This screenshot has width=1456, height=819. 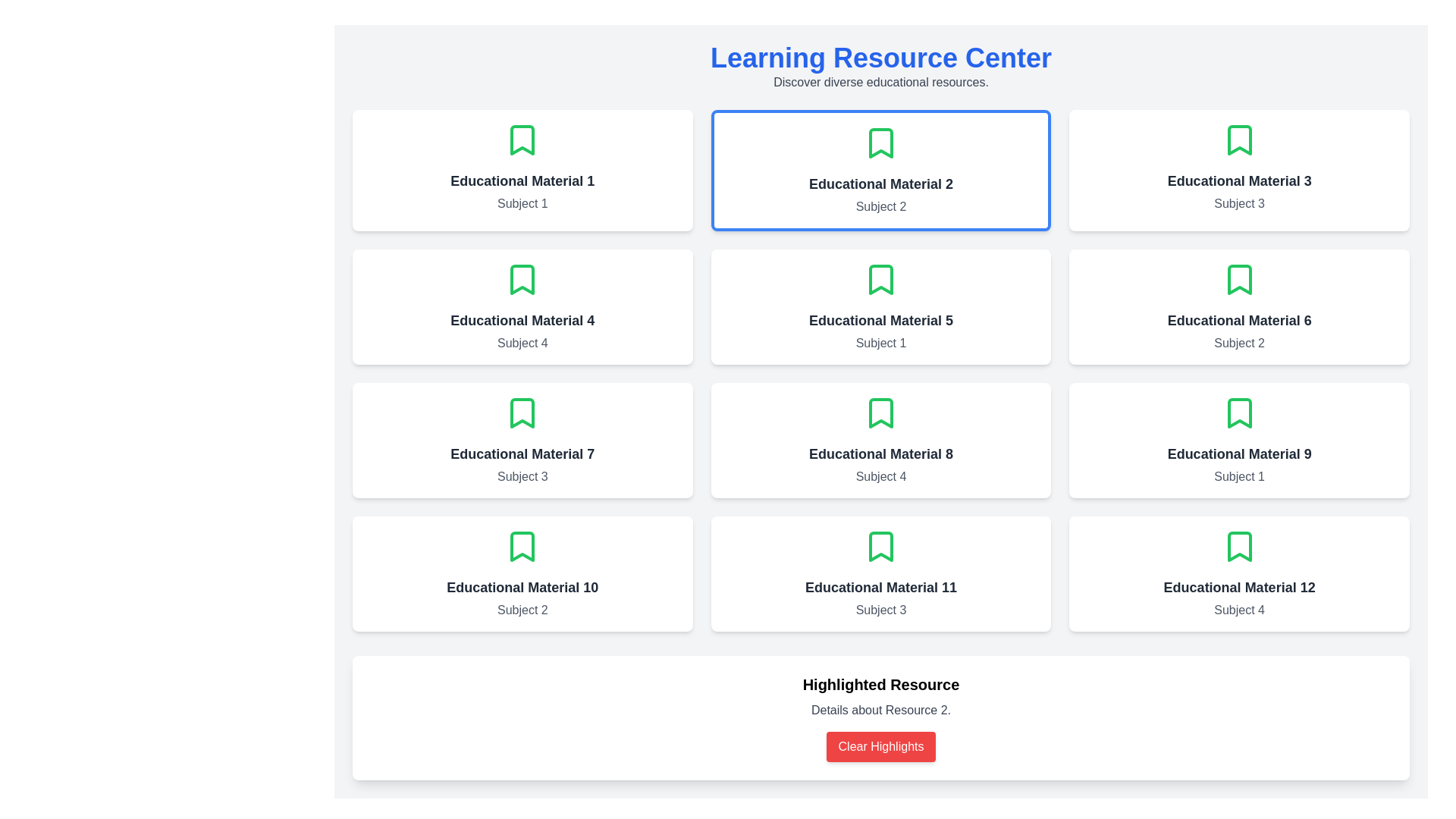 I want to click on the static text label displaying 'Subject 4' at the bottom of the 'Educational Material 8' card, which is located in the second column of the third row in the grid layout, so click(x=880, y=475).